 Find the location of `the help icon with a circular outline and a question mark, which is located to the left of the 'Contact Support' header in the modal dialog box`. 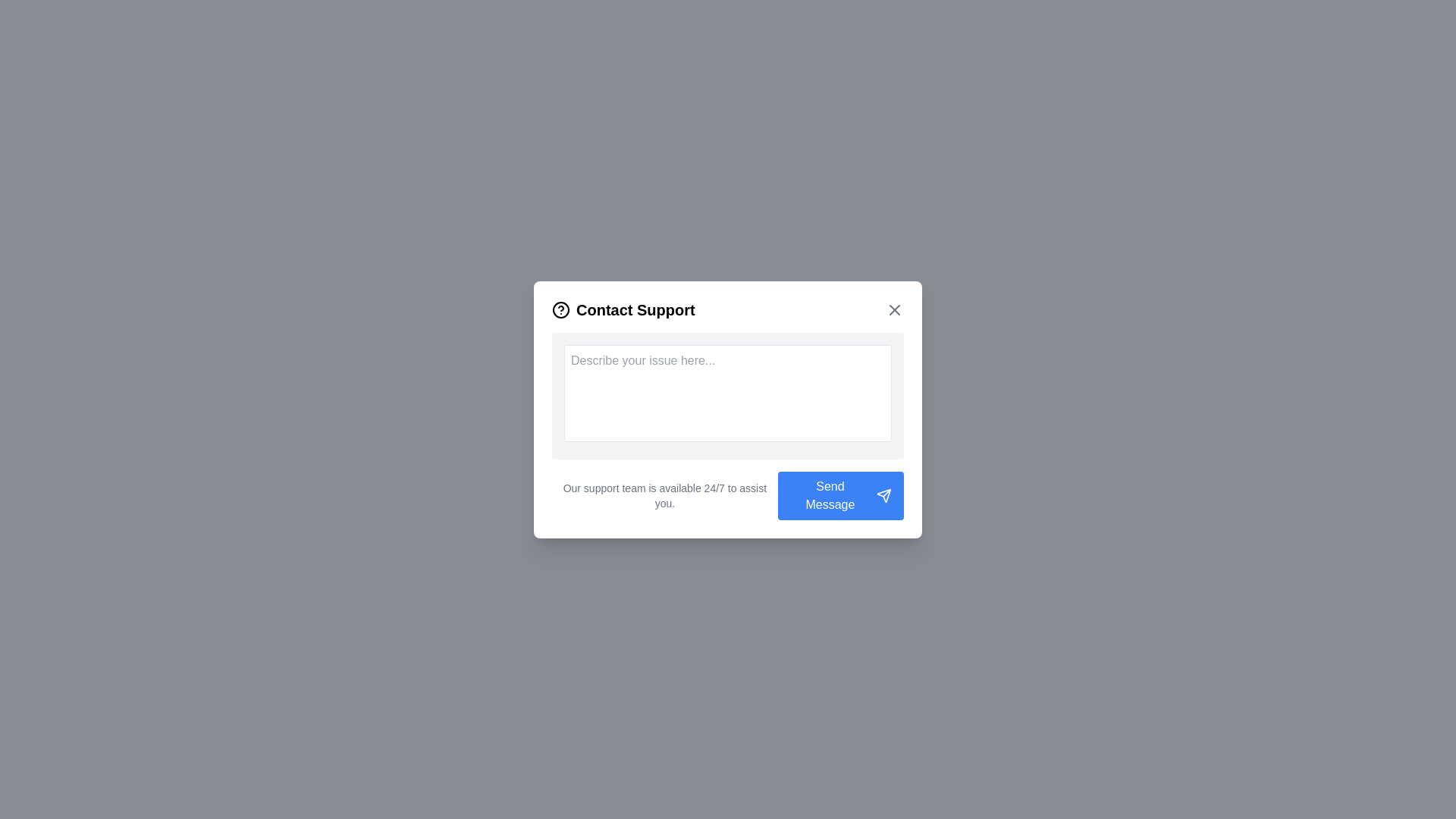

the help icon with a circular outline and a question mark, which is located to the left of the 'Contact Support' header in the modal dialog box is located at coordinates (560, 309).